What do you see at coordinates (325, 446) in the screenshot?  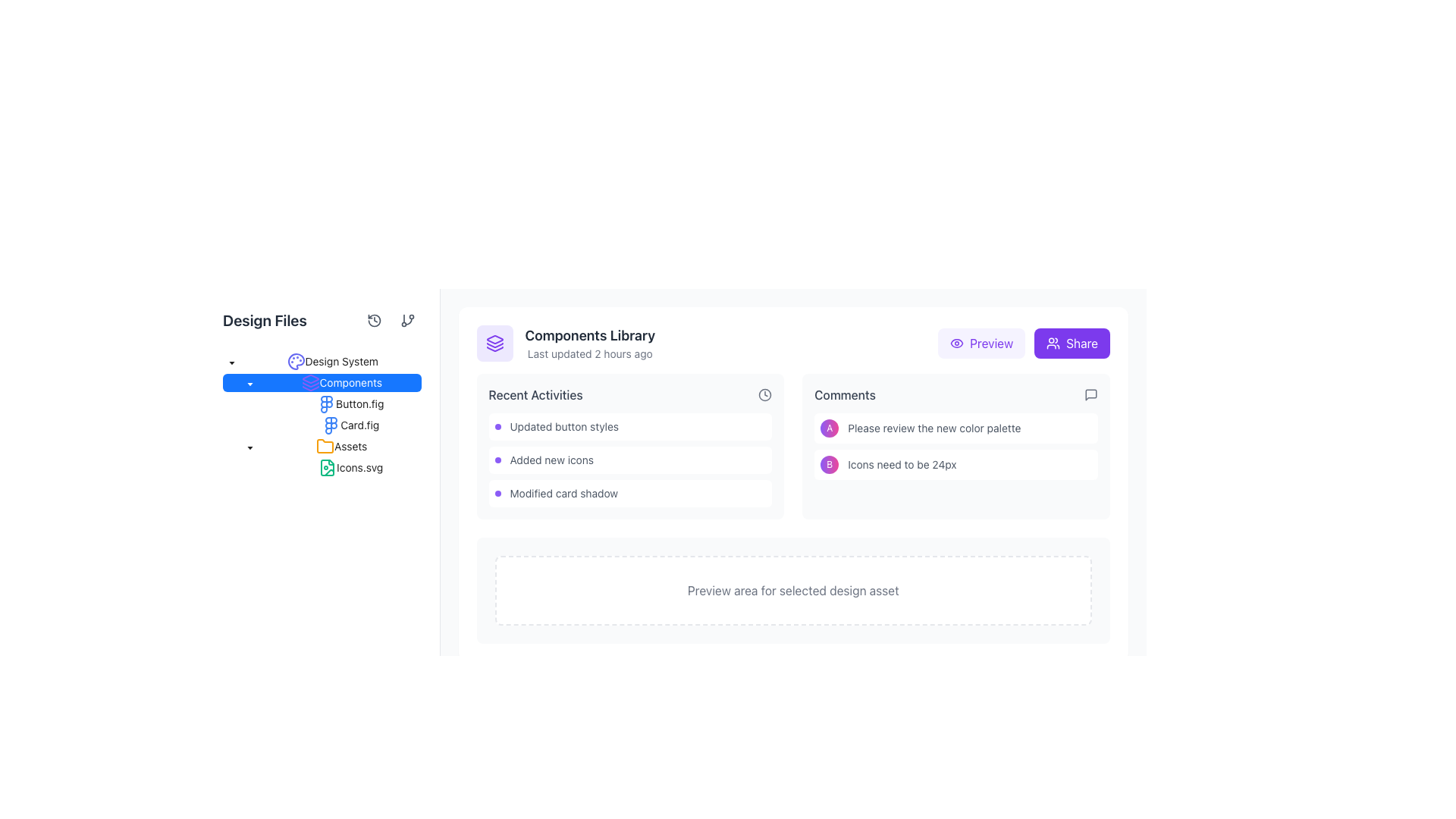 I see `the folder icon representing the 'Assets' section in the hierarchical tree structure, which is positioned to the left of the text labeled 'Assets'` at bounding box center [325, 446].